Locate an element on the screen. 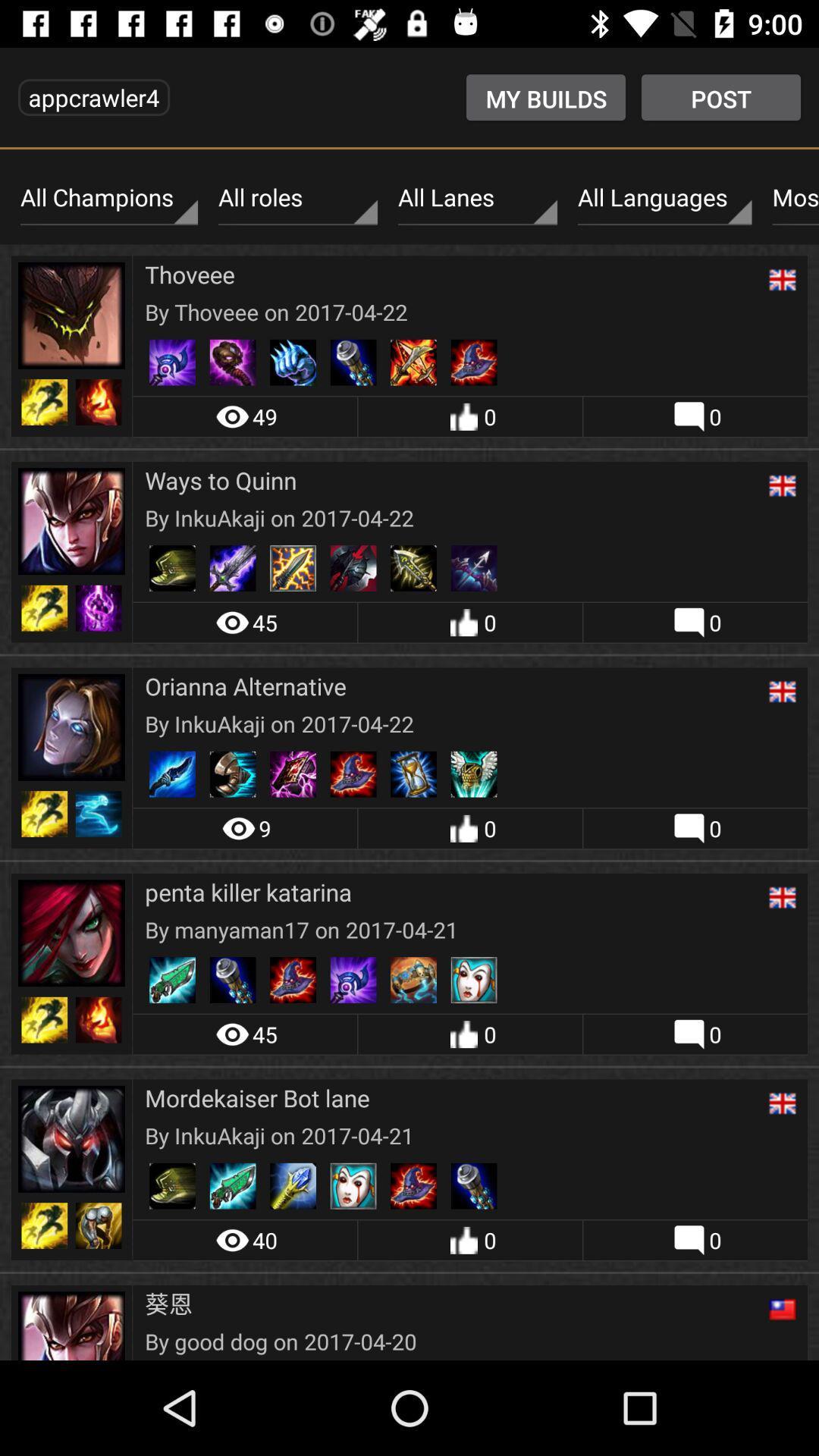 This screenshot has width=819, height=1456. all languages icon is located at coordinates (664, 197).